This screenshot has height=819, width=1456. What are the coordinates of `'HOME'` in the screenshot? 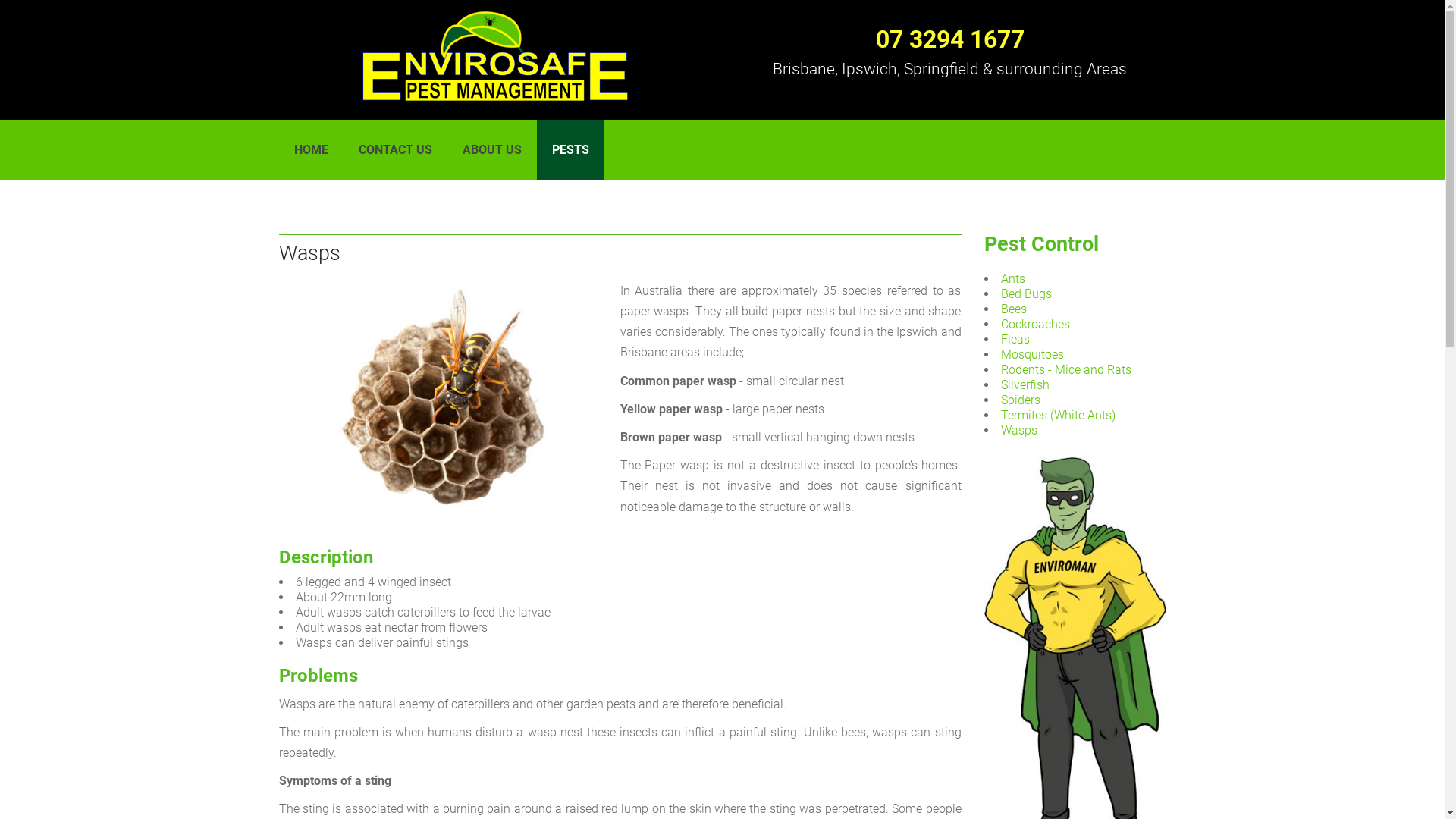 It's located at (279, 149).